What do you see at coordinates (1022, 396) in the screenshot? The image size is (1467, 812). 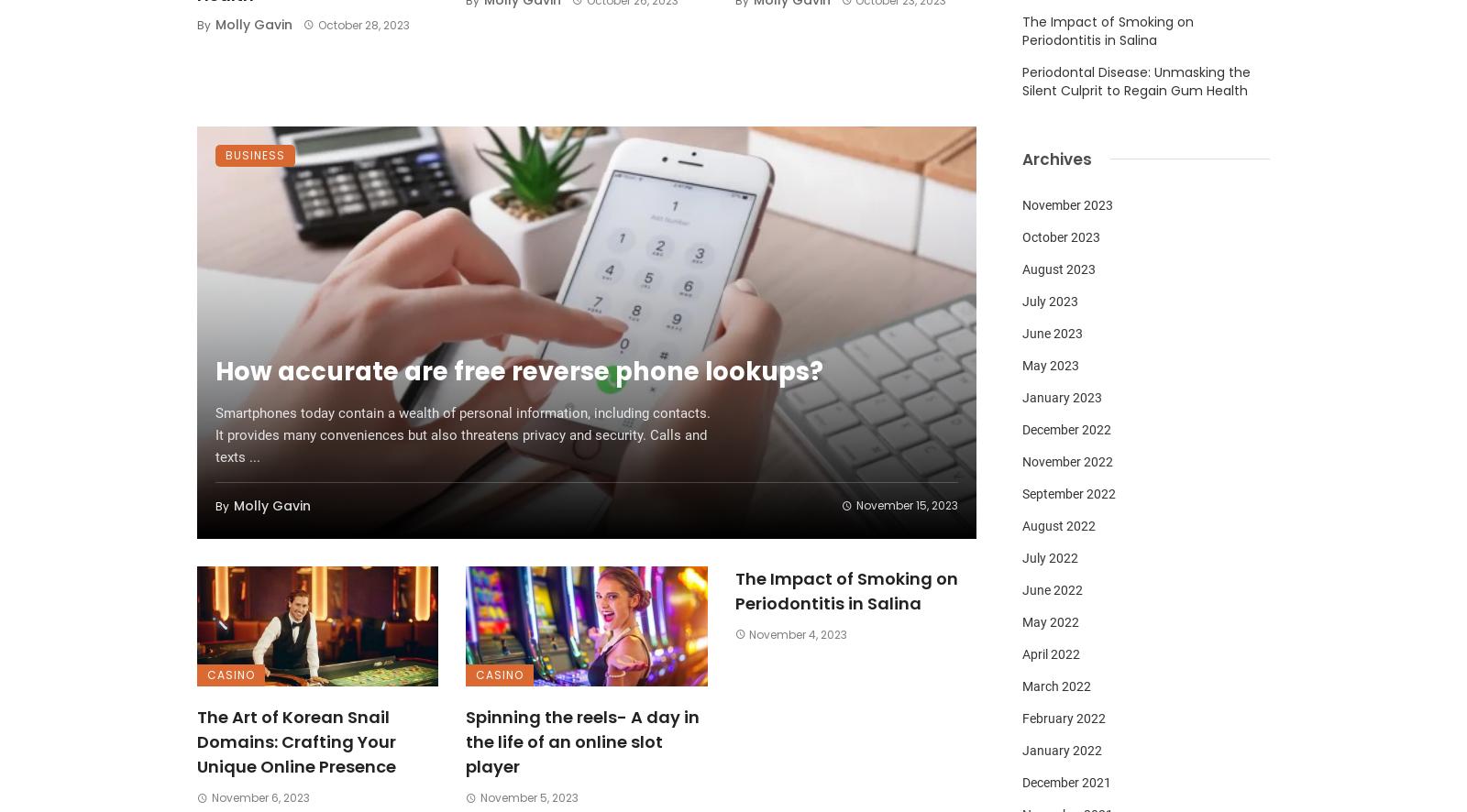 I see `'January 2023'` at bounding box center [1022, 396].